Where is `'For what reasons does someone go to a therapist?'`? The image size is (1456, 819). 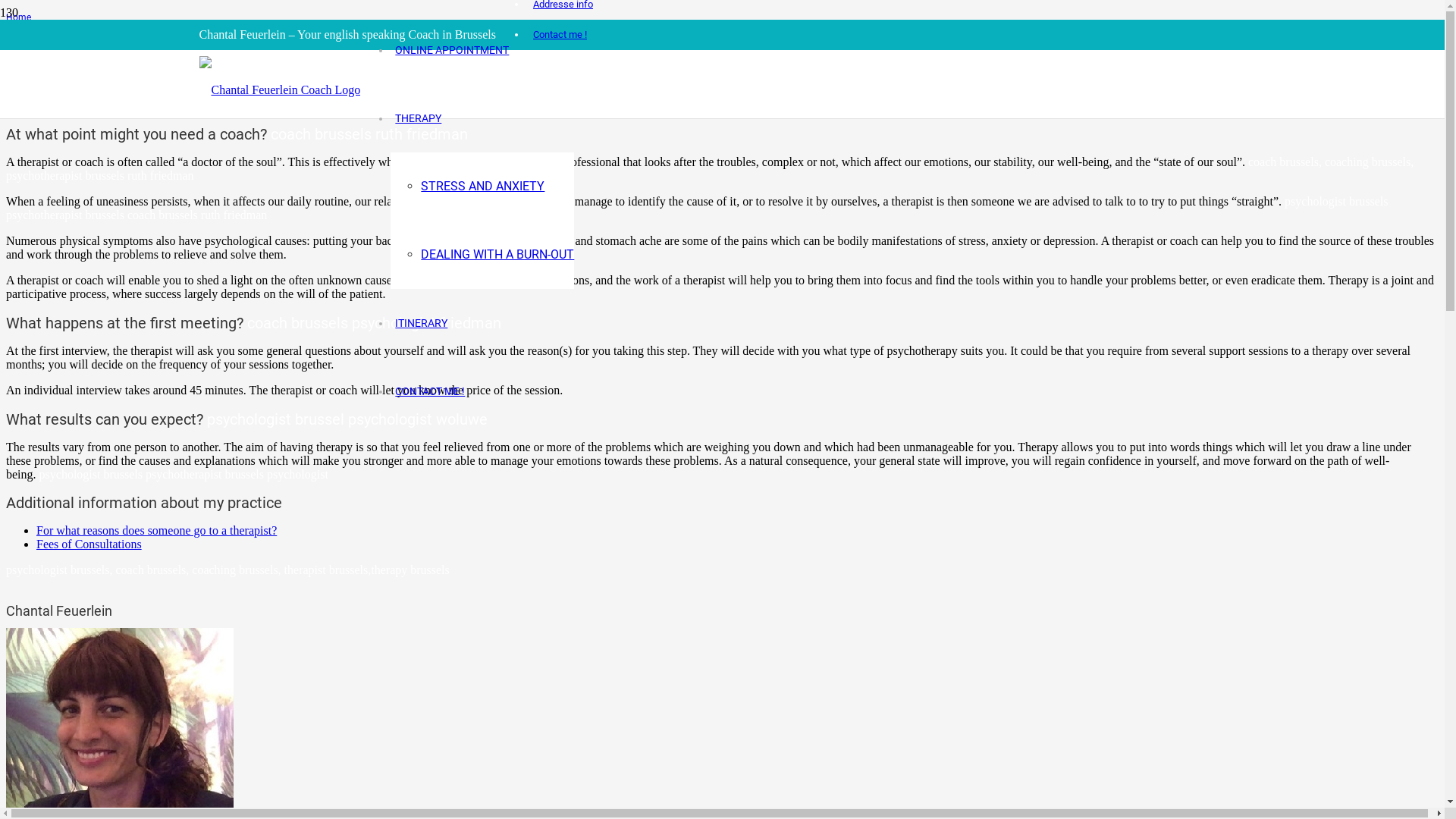
'For what reasons does someone go to a therapist?' is located at coordinates (156, 529).